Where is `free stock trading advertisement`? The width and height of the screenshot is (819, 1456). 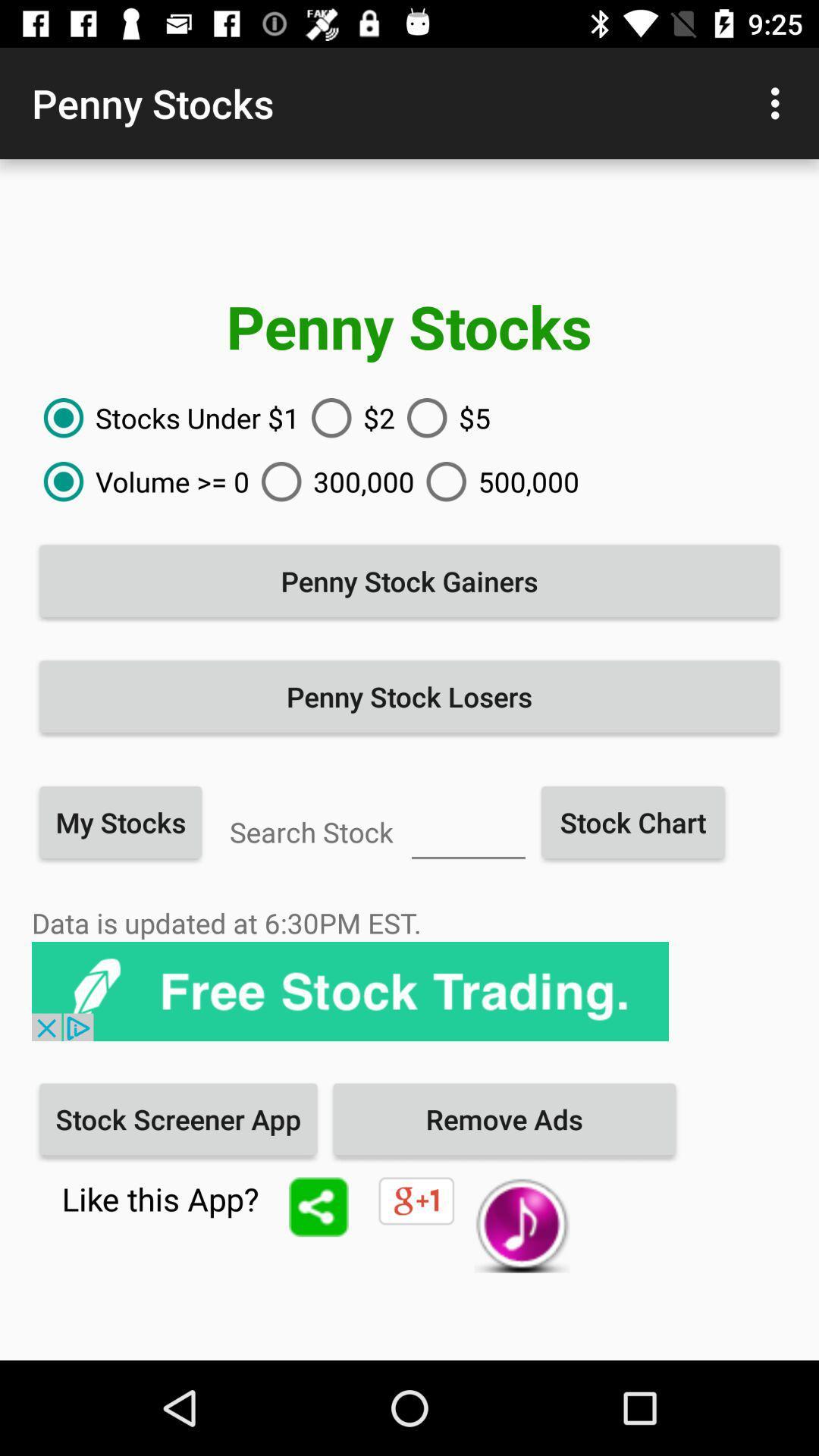 free stock trading advertisement is located at coordinates (350, 991).